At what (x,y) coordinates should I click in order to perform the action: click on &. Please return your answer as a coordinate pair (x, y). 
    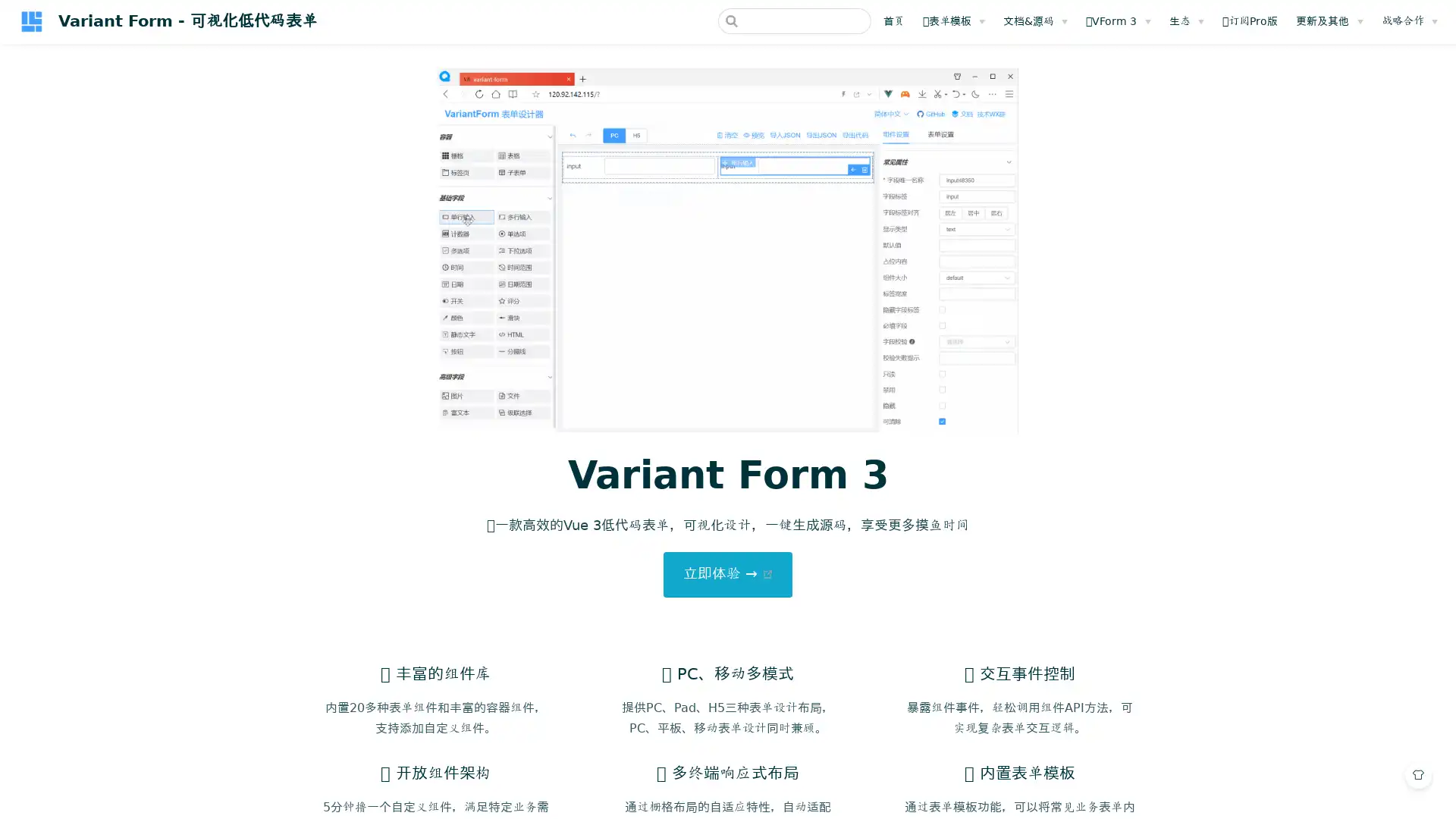
    Looking at the image, I should click on (1034, 20).